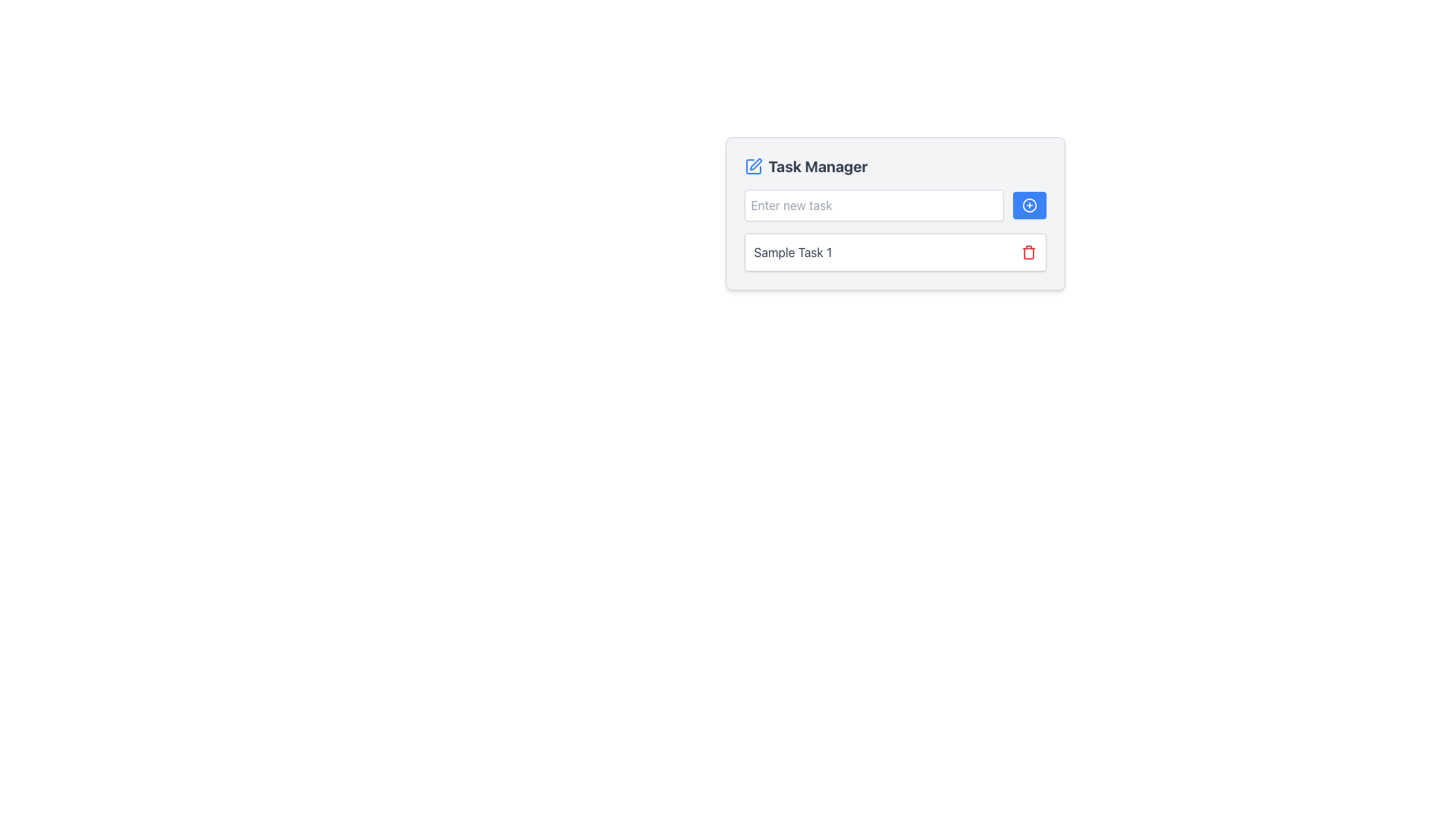  Describe the element at coordinates (792, 251) in the screenshot. I see `the static text element reading 'Sample Task 1'` at that location.